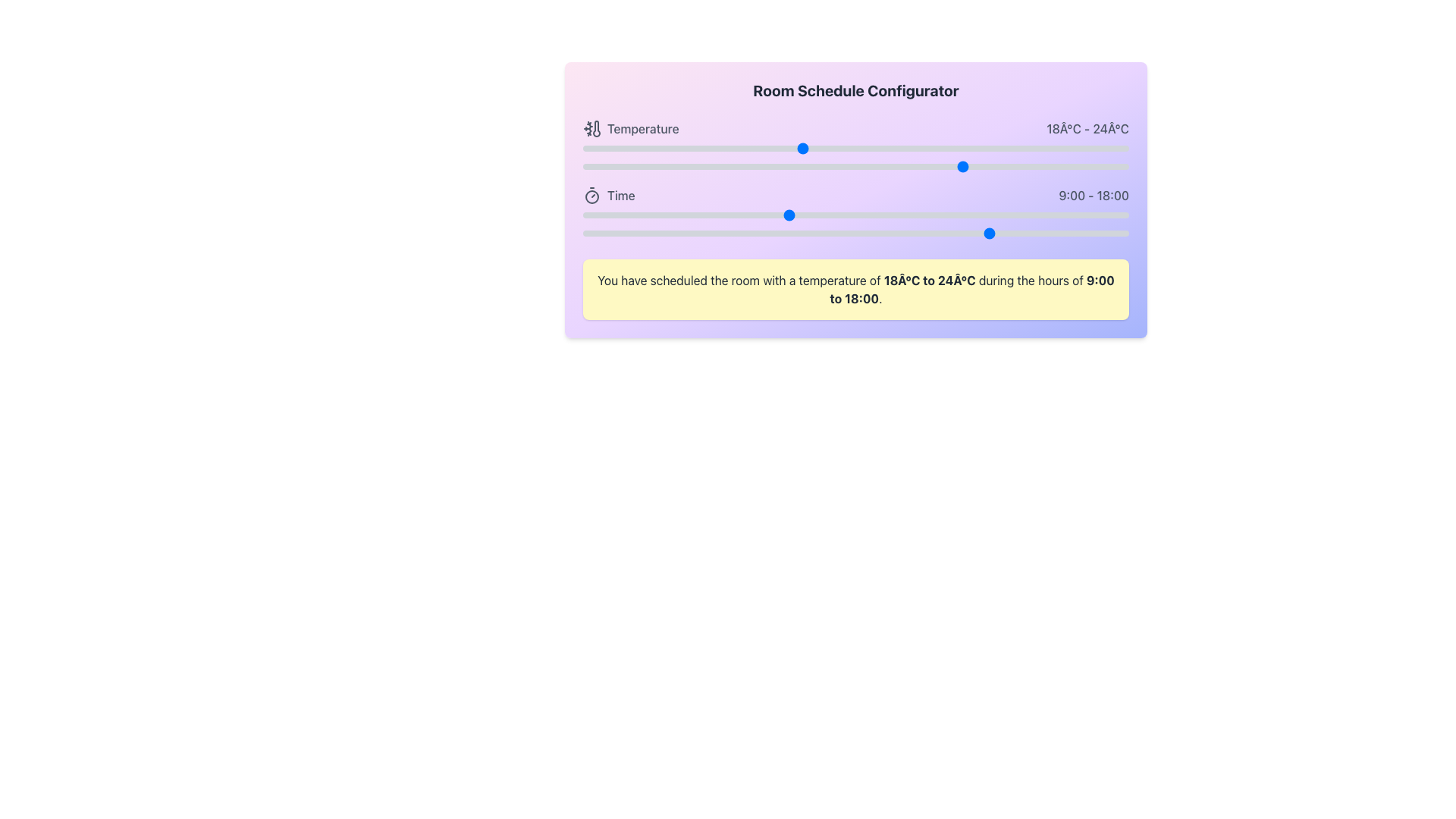  Describe the element at coordinates (972, 289) in the screenshot. I see `the static text displaying '9:00 to 18:00' located within the light yellow notification box at the bottom of the interface` at that location.